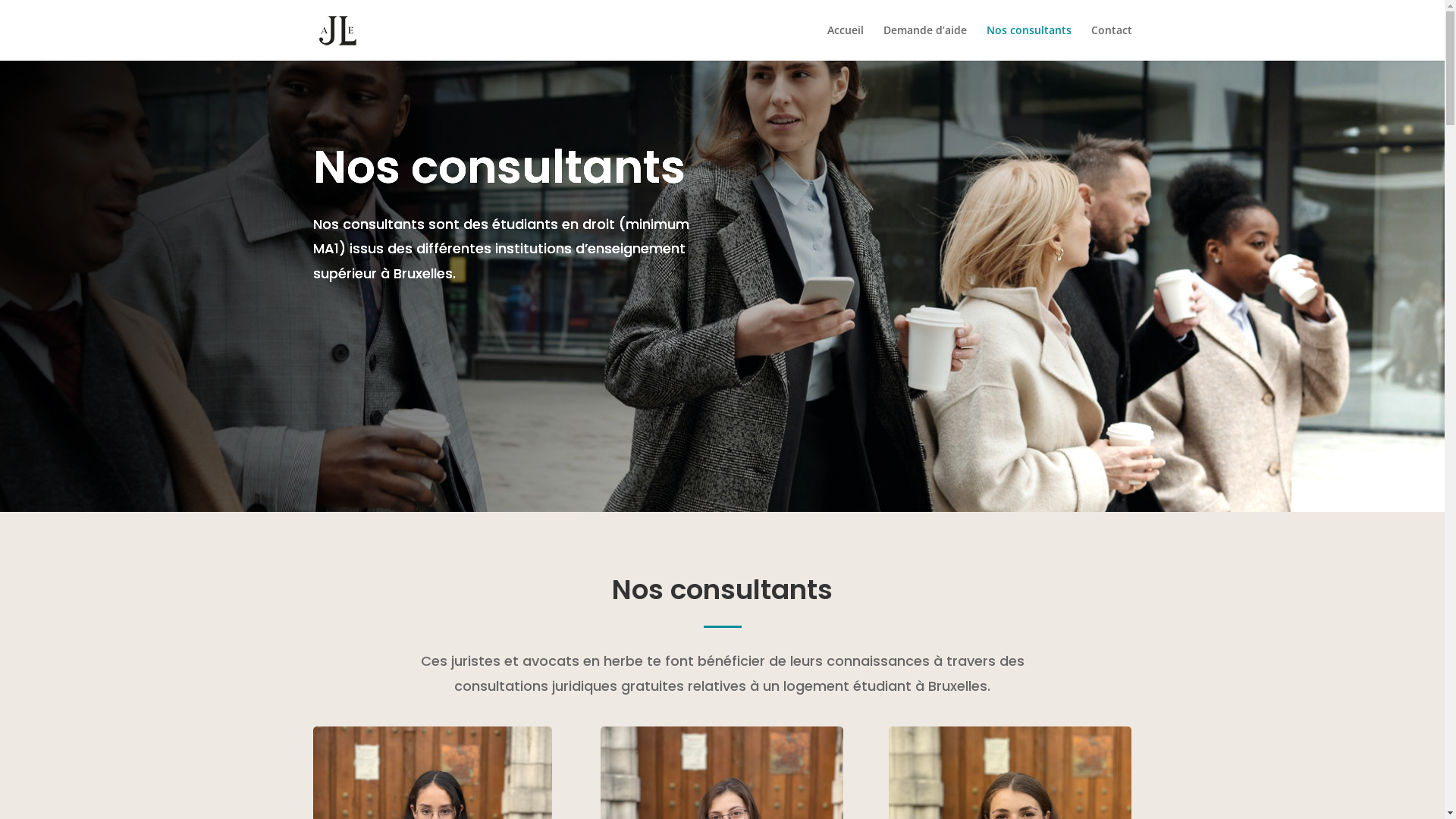 The width and height of the screenshot is (1456, 819). Describe the element at coordinates (825, 42) in the screenshot. I see `'Accueil'` at that location.